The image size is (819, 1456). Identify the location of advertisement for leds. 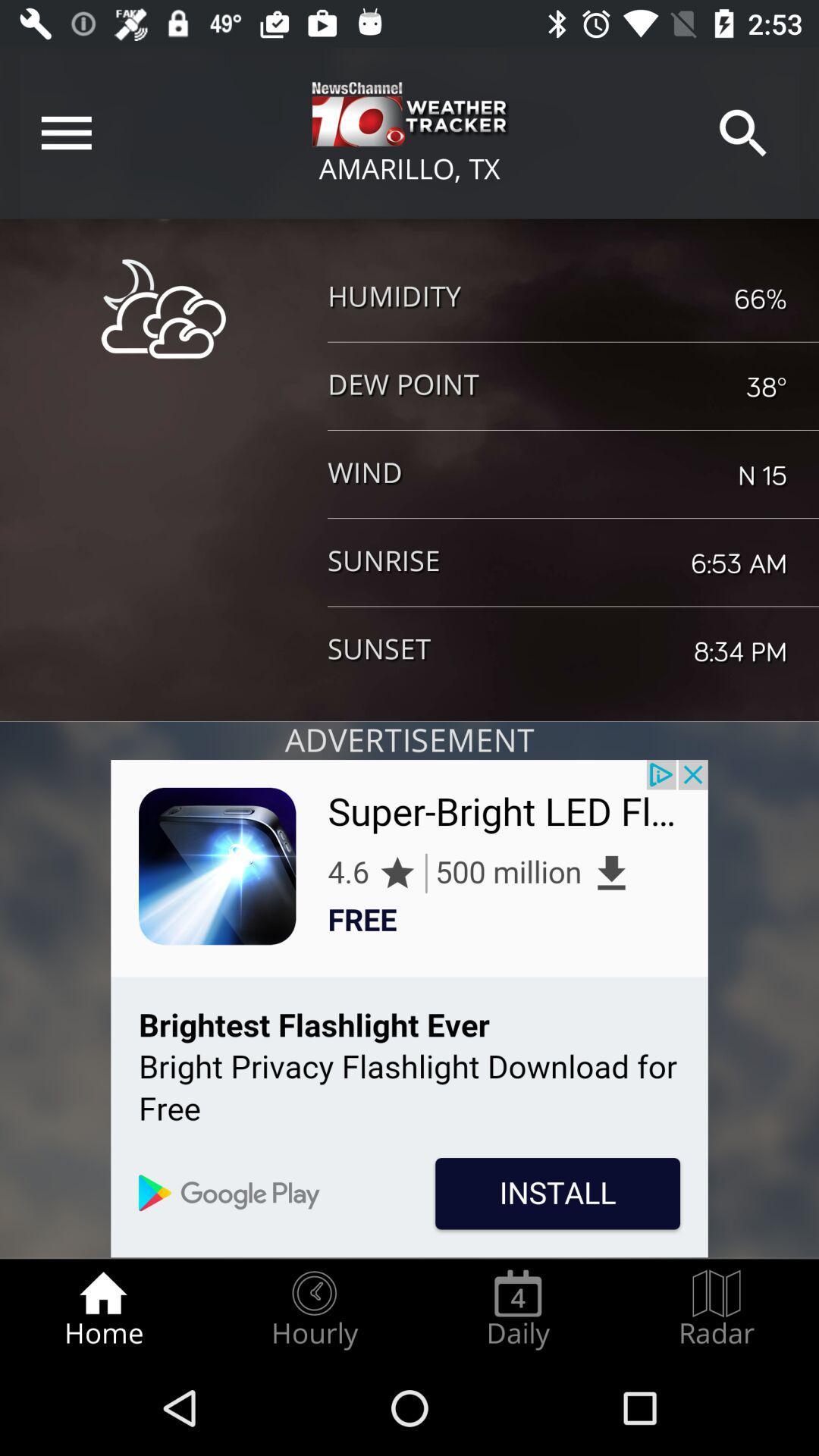
(409, 1009).